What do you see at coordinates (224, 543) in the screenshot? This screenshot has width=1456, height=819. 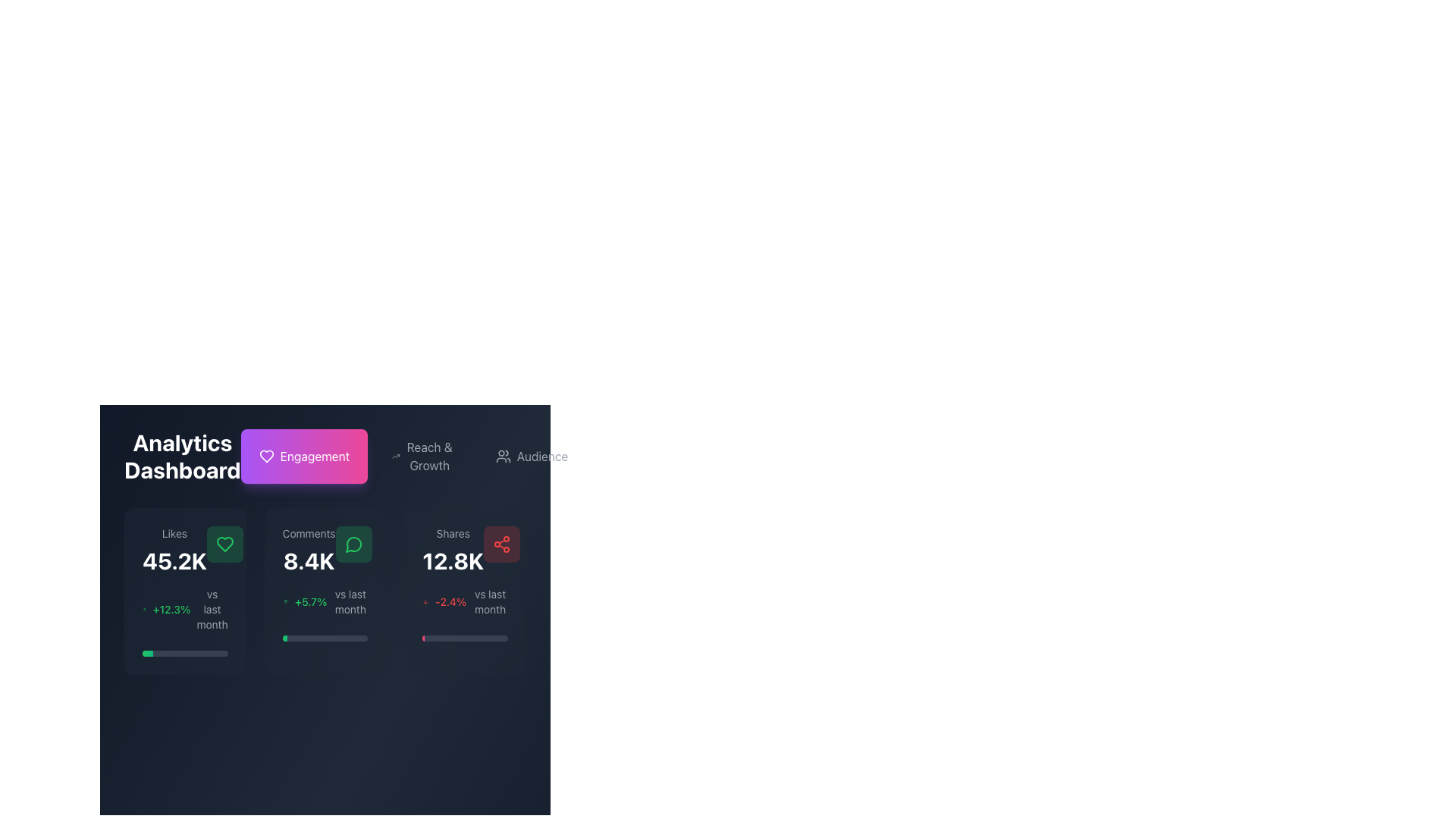 I see `the likes icon located in the upper right of the text '45.2K' in the 'Likes' panel` at bounding box center [224, 543].